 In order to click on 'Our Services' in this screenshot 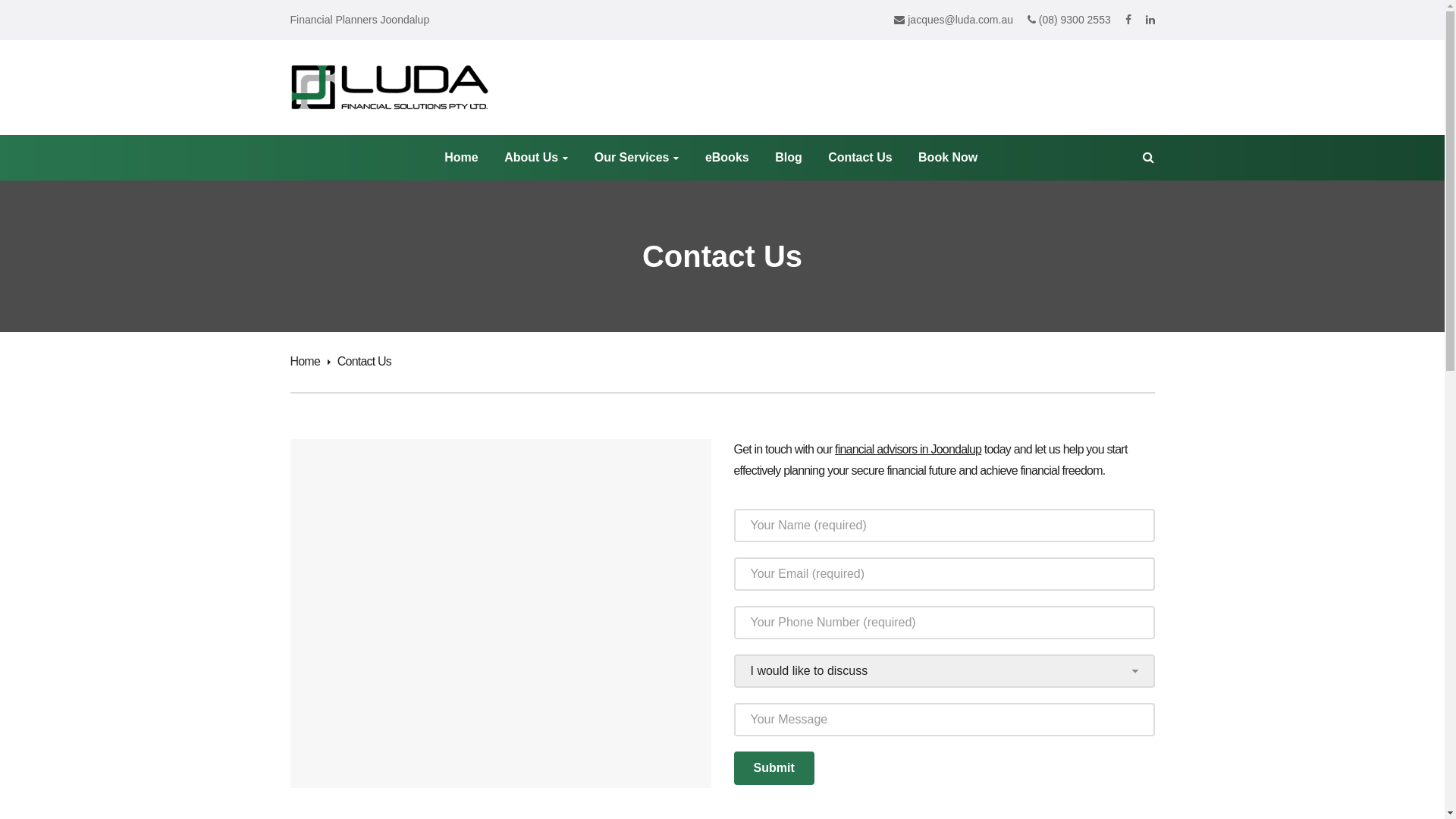, I will do `click(637, 158)`.